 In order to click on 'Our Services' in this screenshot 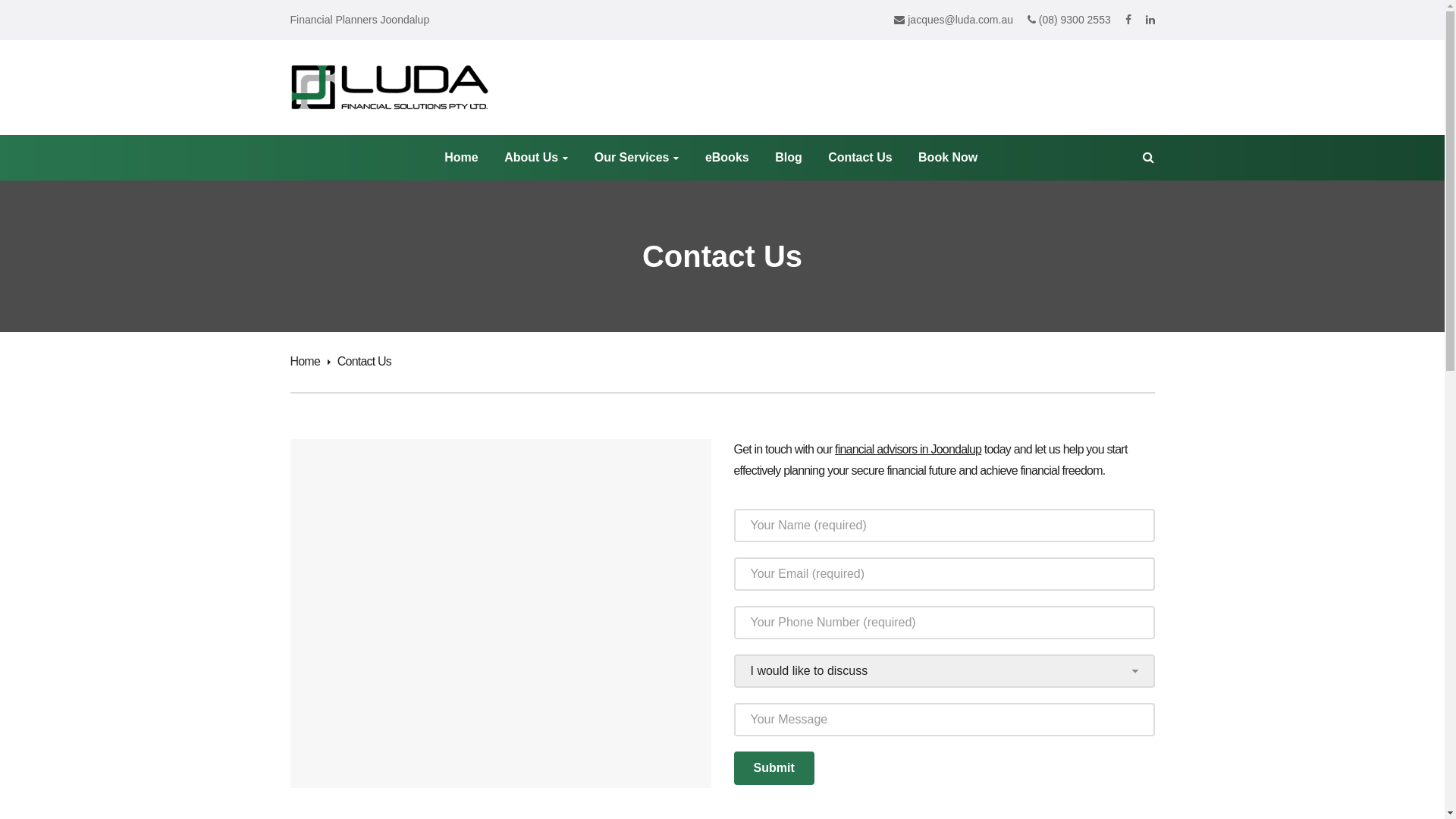, I will do `click(637, 158)`.